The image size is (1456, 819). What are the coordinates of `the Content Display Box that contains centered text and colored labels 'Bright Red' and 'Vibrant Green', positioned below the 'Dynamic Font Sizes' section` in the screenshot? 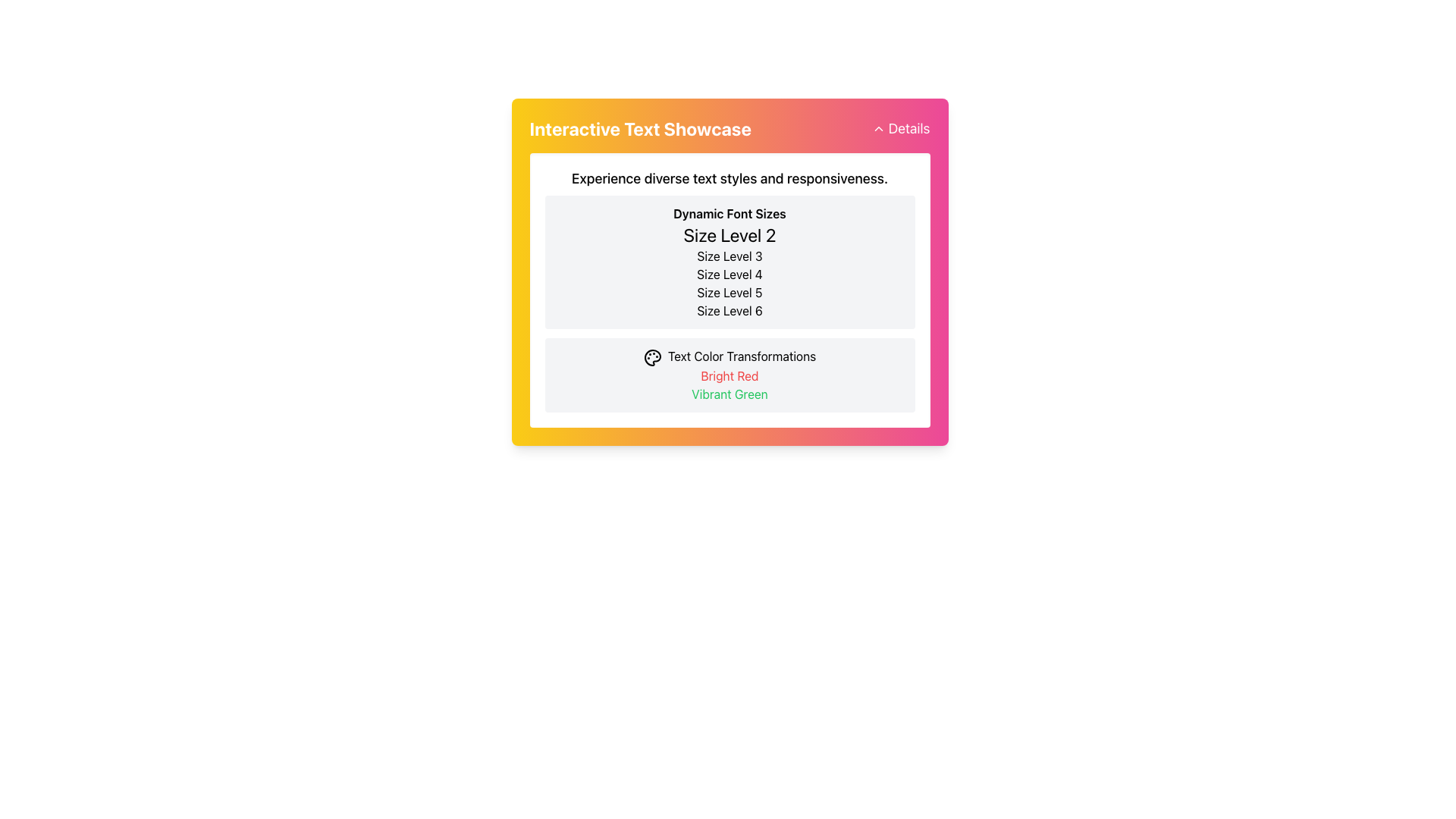 It's located at (730, 375).